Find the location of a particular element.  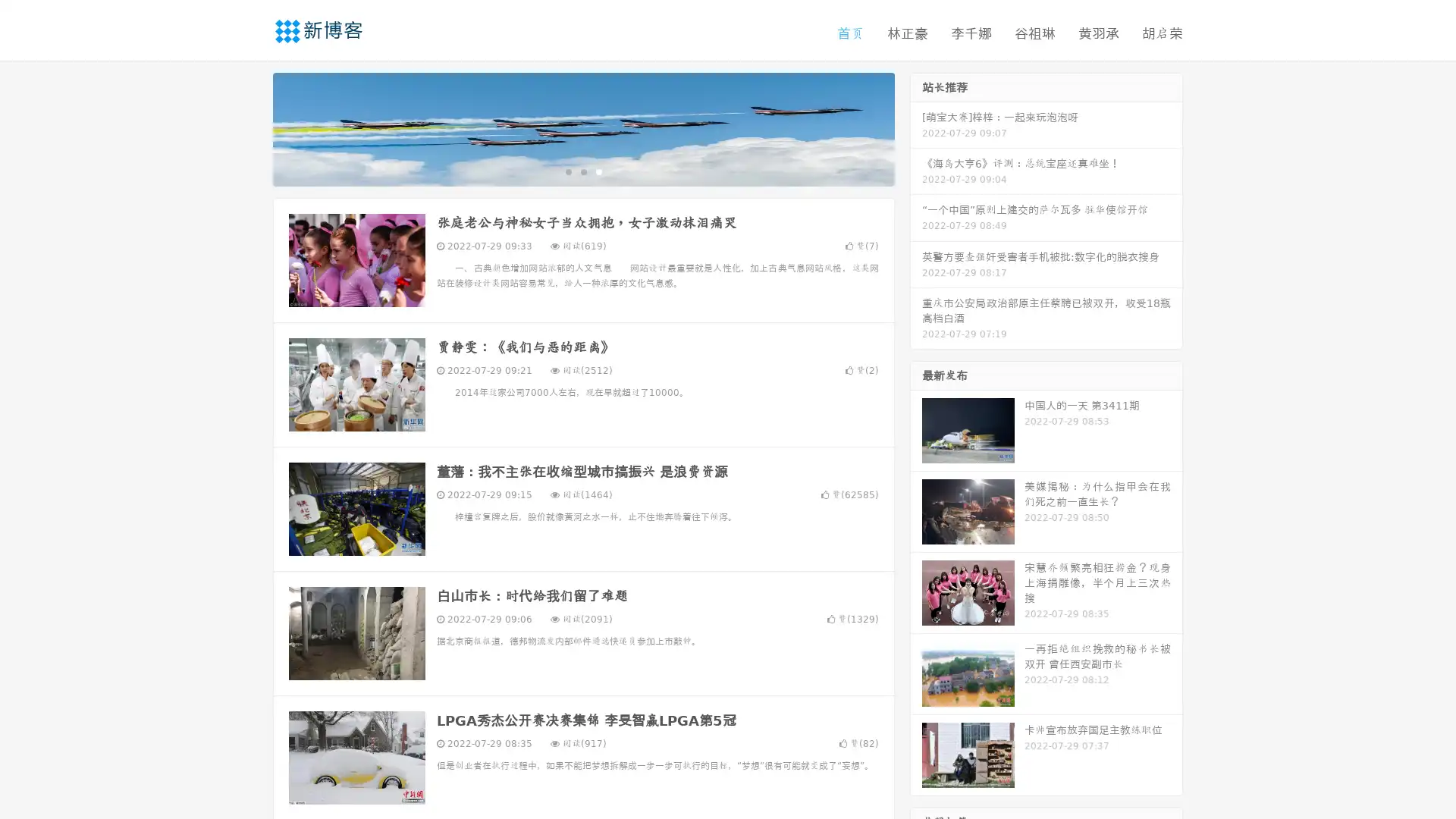

Go to slide 2 is located at coordinates (582, 171).